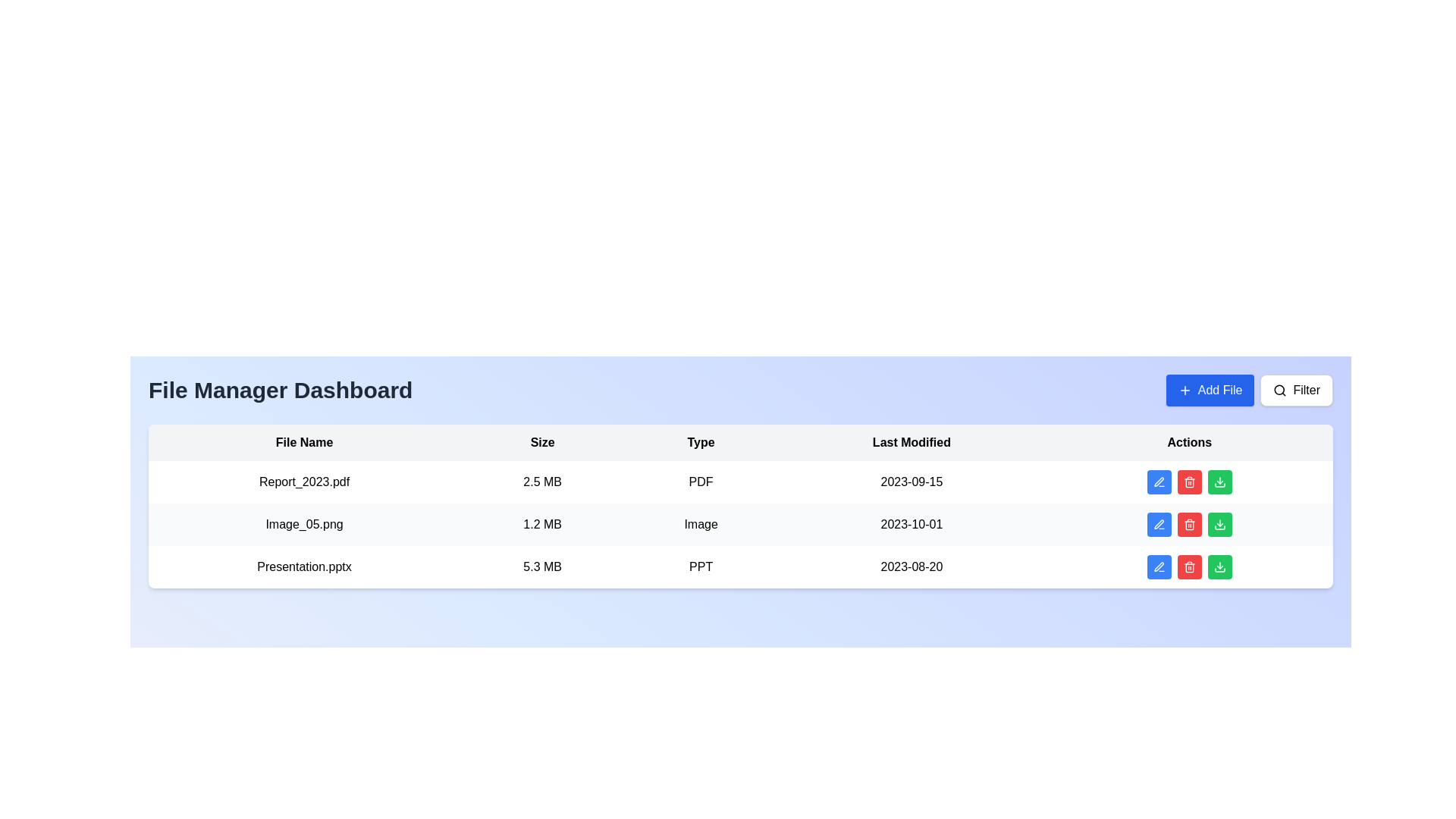 The height and width of the screenshot is (819, 1456). What do you see at coordinates (1188, 567) in the screenshot?
I see `the delete button with a red background and trash can icon, located in the 'Actions' column of the third row of the table` at bounding box center [1188, 567].